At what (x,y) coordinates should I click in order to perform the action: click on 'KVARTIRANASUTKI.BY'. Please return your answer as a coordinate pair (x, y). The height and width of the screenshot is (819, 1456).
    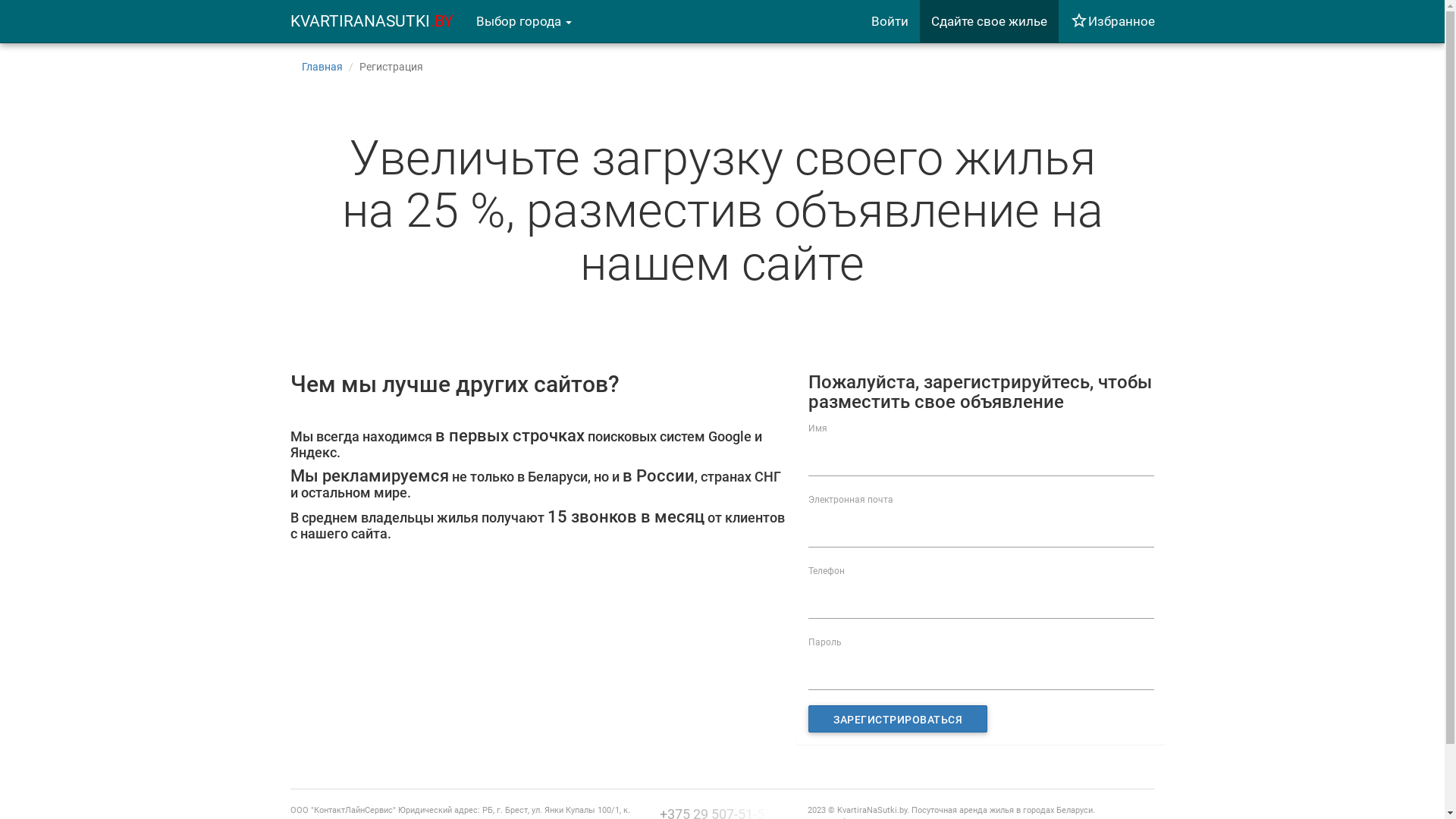
    Looking at the image, I should click on (372, 20).